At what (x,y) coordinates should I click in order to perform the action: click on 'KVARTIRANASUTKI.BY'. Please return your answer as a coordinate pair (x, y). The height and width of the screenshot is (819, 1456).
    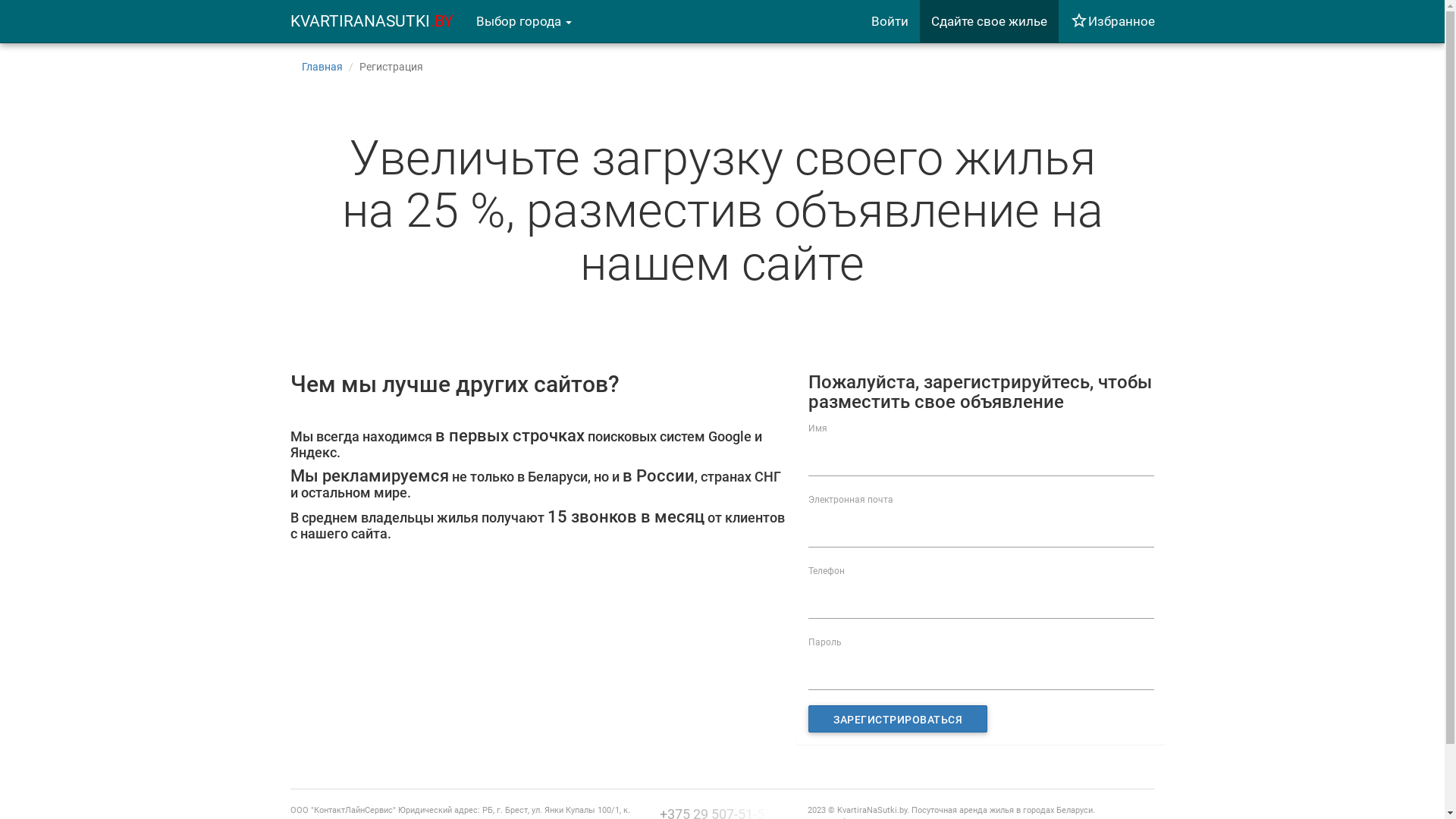
    Looking at the image, I should click on (372, 20).